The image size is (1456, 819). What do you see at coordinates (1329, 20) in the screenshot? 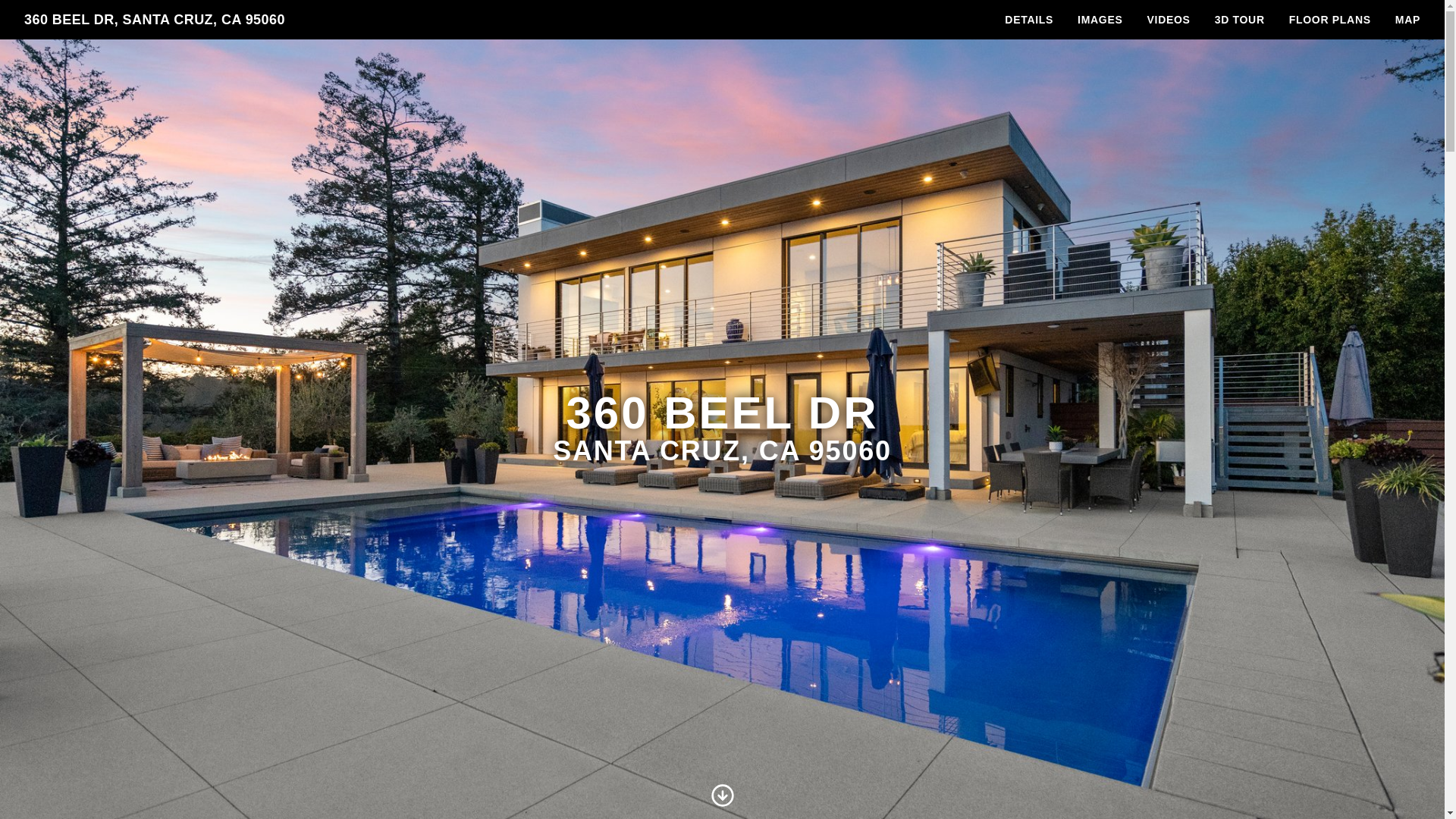
I see `'FLOOR PLANS'` at bounding box center [1329, 20].